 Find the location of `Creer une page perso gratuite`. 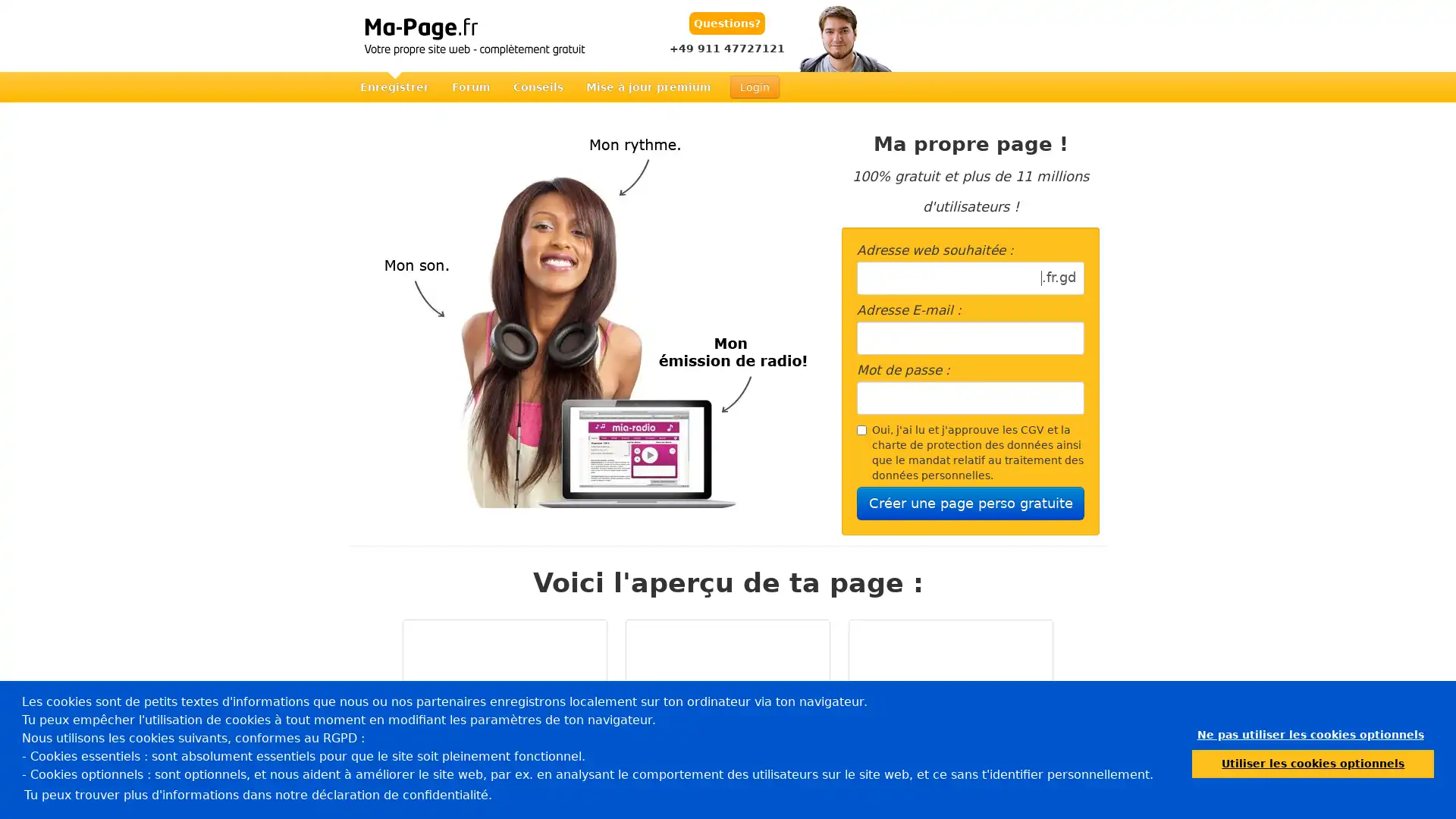

Creer une page perso gratuite is located at coordinates (971, 503).